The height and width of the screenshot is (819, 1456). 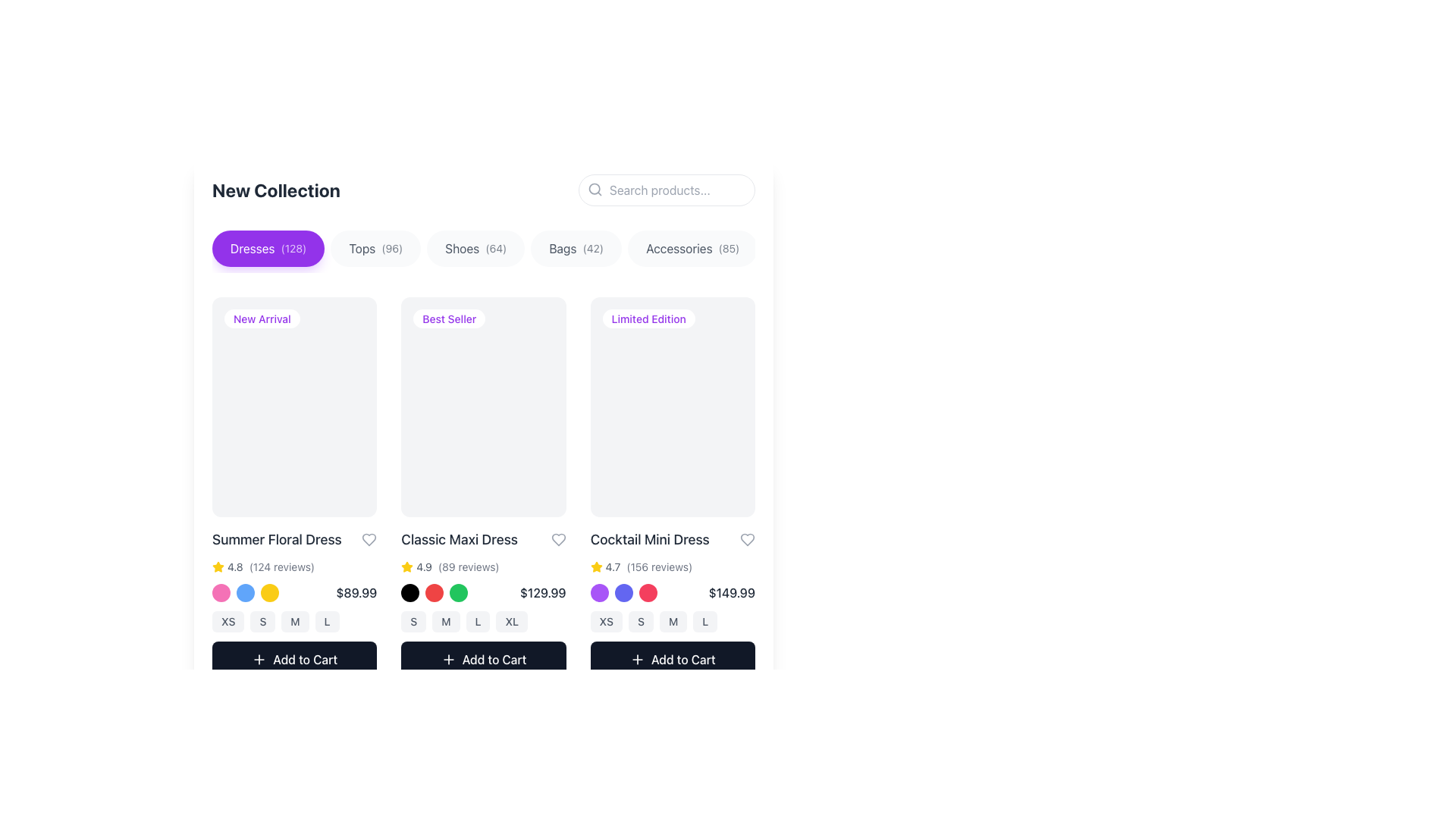 What do you see at coordinates (594, 188) in the screenshot?
I see `the SVG circle element that forms the circular portion of the magnifying glass icon in the top-right search bar area` at bounding box center [594, 188].